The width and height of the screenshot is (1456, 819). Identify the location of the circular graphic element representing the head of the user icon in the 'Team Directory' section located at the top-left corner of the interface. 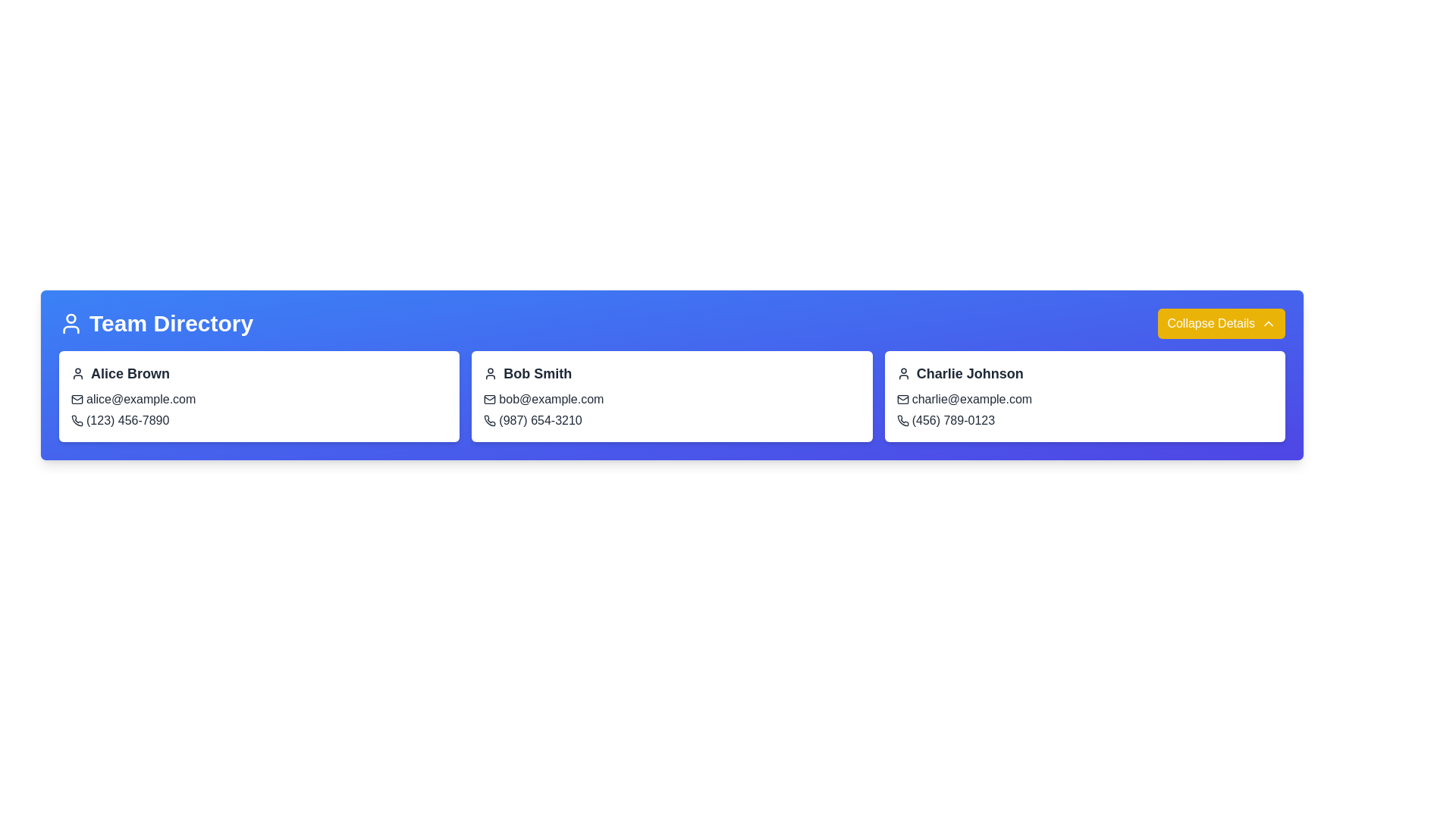
(71, 318).